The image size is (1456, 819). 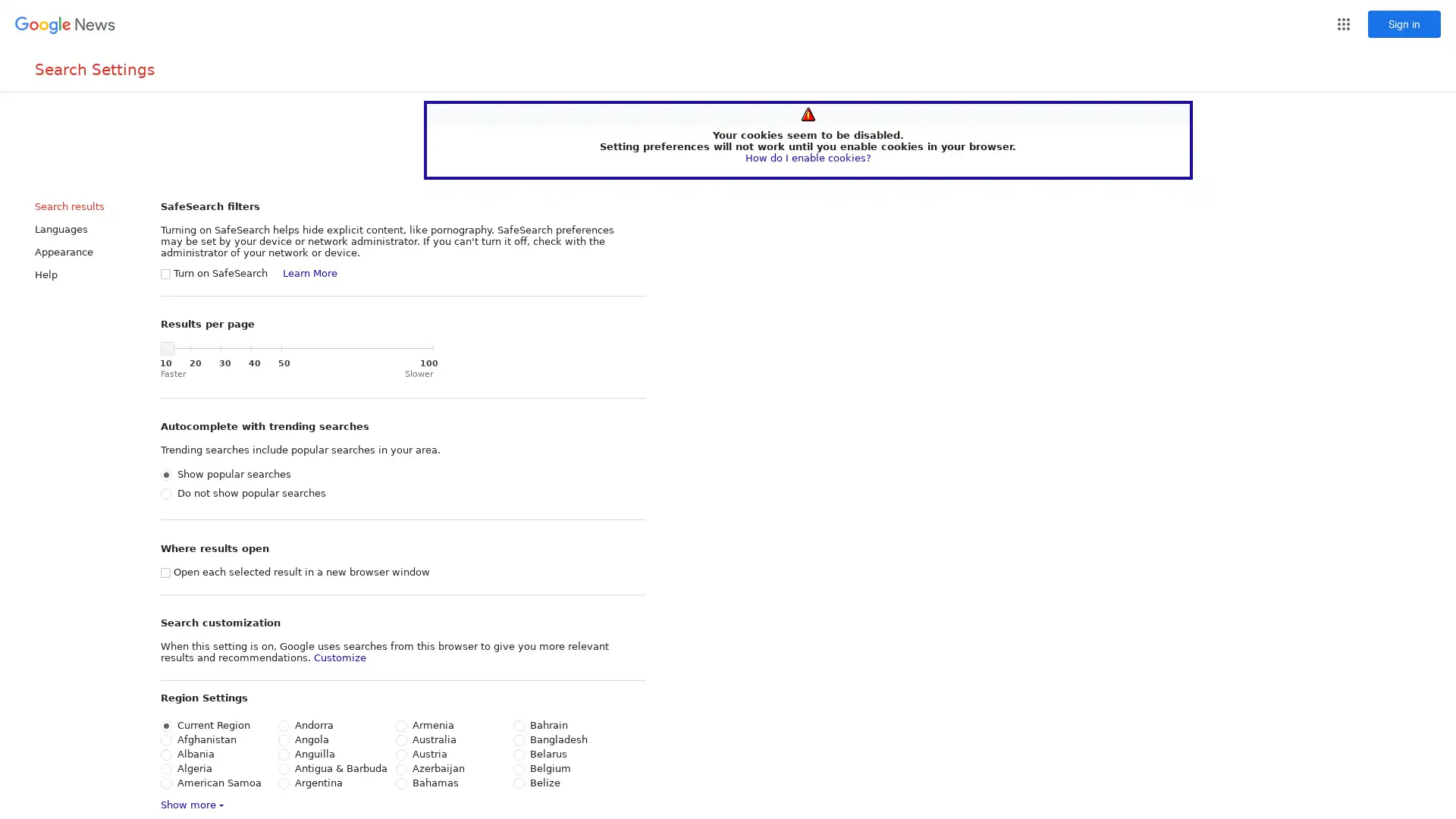 What do you see at coordinates (1343, 24) in the screenshot?
I see `Google apps` at bounding box center [1343, 24].